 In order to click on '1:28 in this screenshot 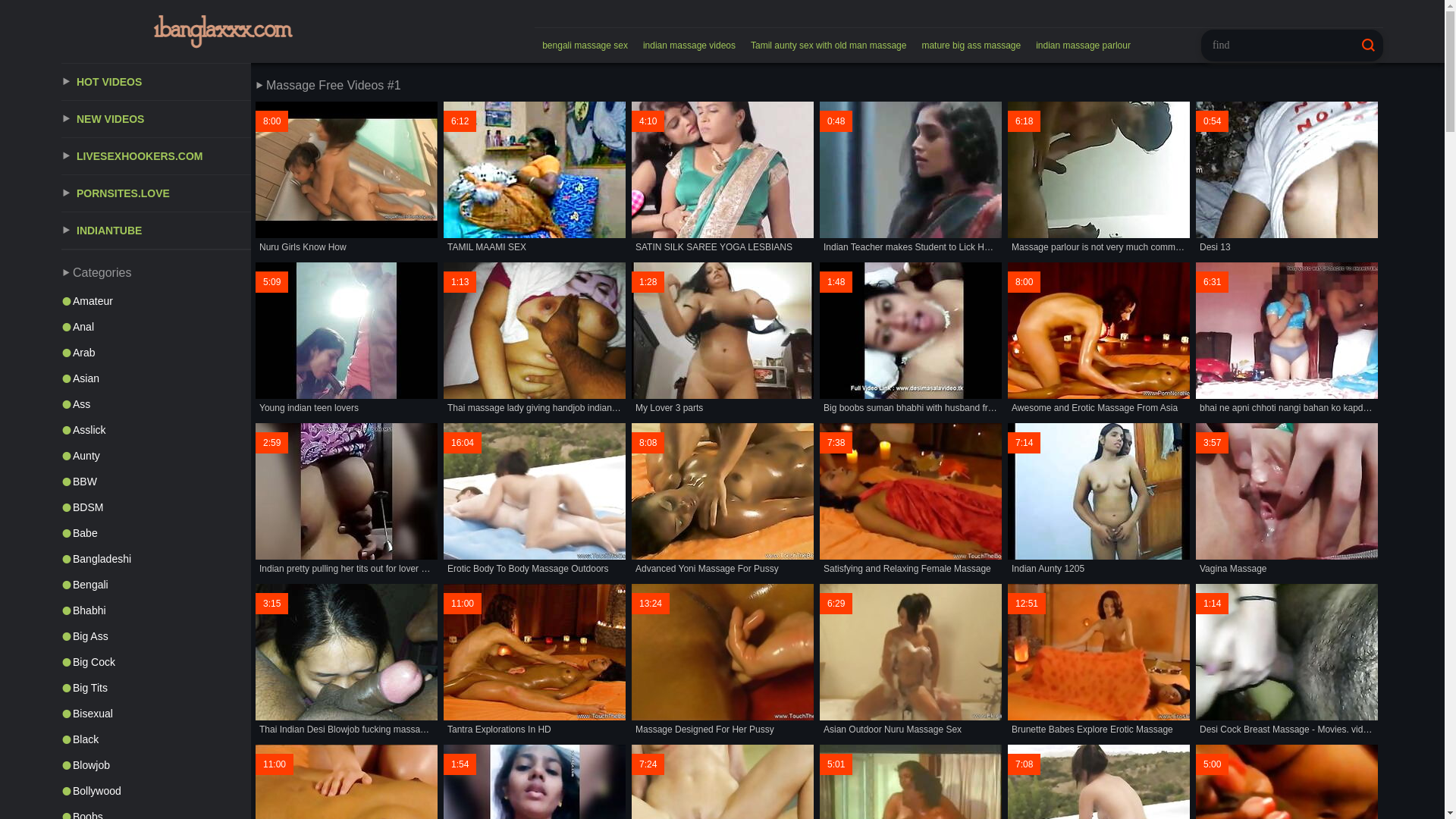, I will do `click(722, 338)`.